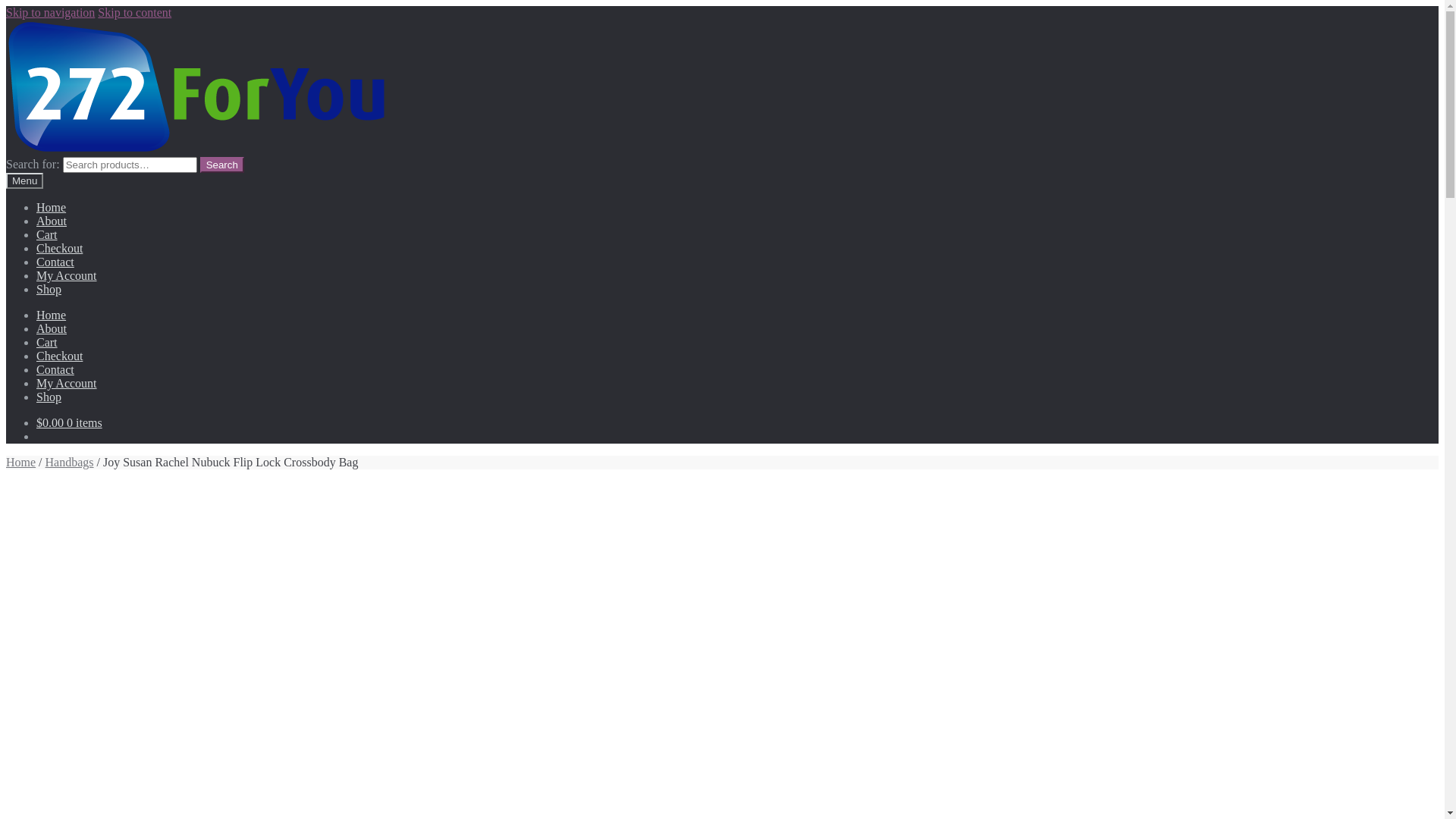 Image resolution: width=1456 pixels, height=819 pixels. I want to click on 'Skip to content', so click(134, 12).